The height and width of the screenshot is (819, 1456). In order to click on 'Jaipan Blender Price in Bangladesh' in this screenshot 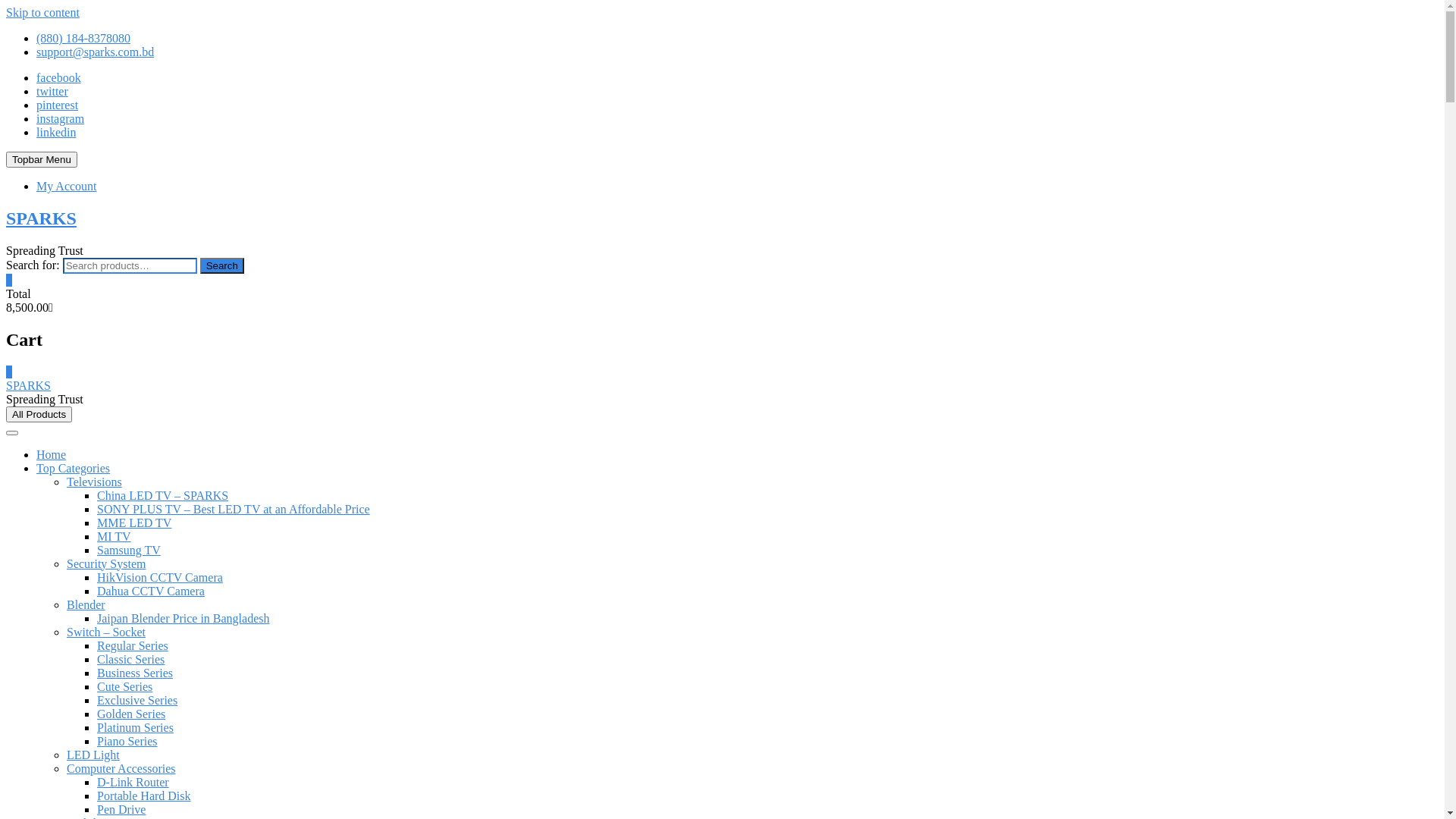, I will do `click(182, 618)`.